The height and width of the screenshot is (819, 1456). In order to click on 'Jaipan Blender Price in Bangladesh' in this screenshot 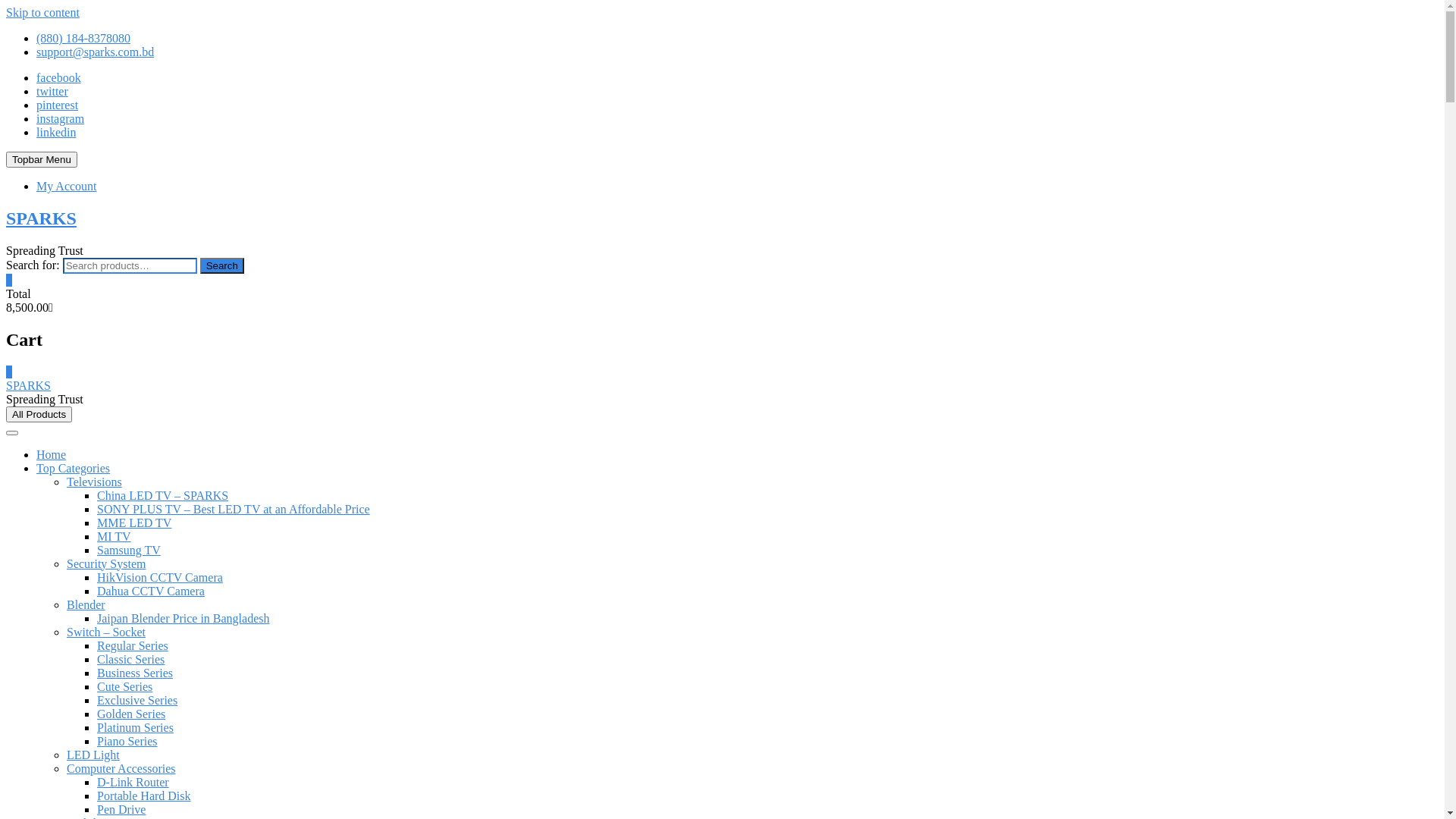, I will do `click(182, 618)`.